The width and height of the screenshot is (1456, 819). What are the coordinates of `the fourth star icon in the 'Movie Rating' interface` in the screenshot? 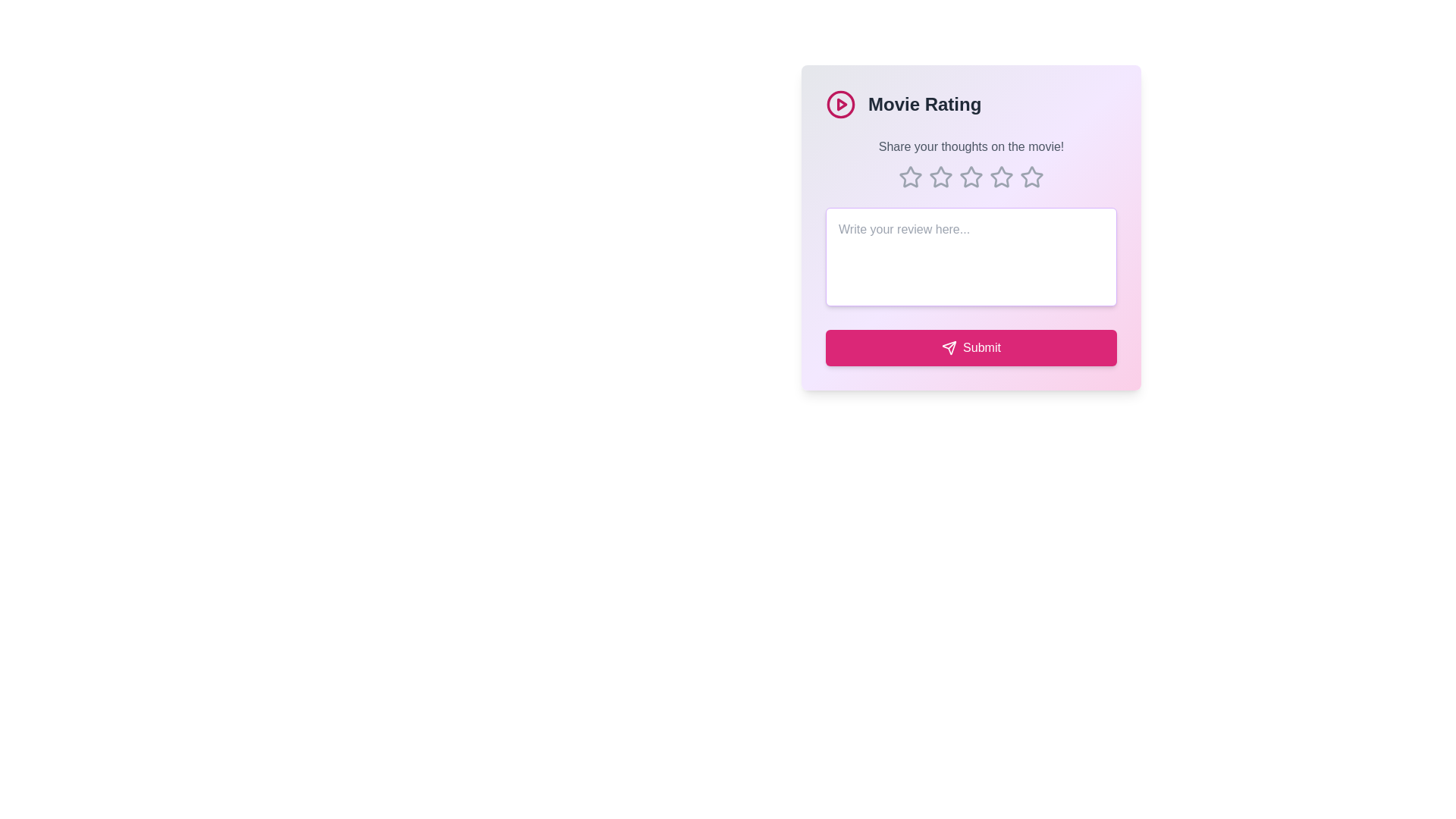 It's located at (1001, 177).